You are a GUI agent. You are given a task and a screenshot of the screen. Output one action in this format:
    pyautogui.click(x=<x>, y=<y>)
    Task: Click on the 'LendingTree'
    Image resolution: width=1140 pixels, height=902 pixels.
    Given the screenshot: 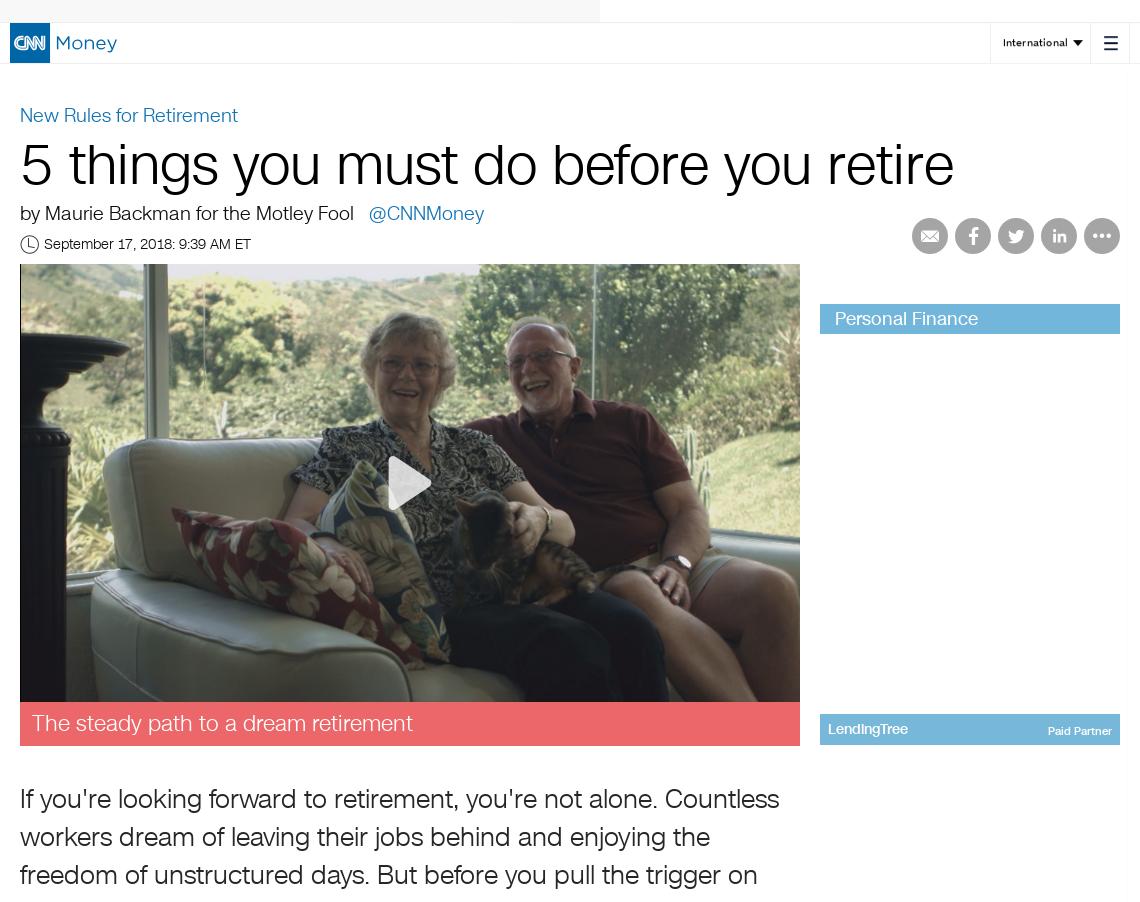 What is the action you would take?
    pyautogui.click(x=867, y=729)
    